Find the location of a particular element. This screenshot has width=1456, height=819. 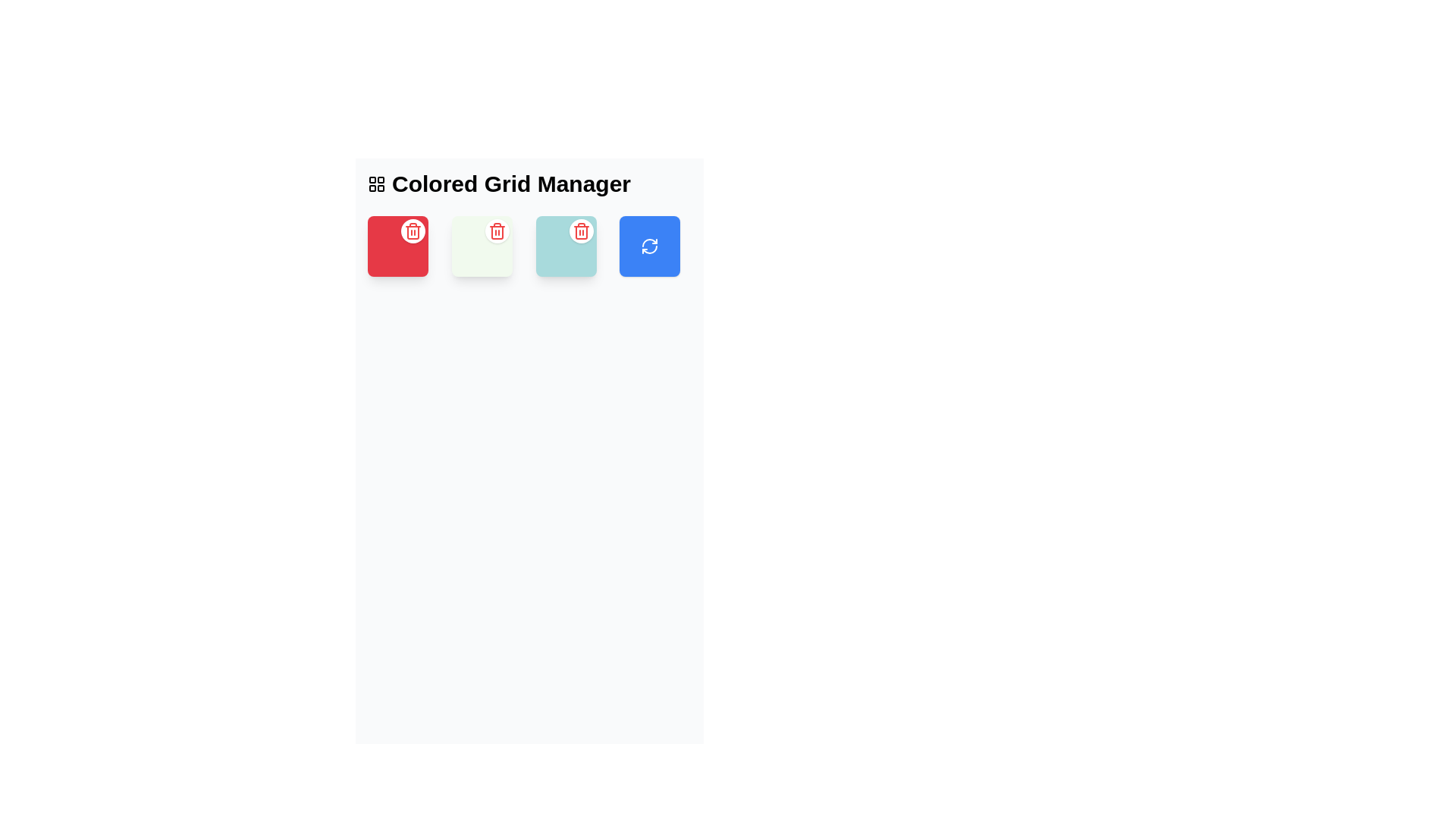

the trash icon of the second deletable tile in a grid layout, located between a red box and a light blue box is located at coordinates (481, 245).